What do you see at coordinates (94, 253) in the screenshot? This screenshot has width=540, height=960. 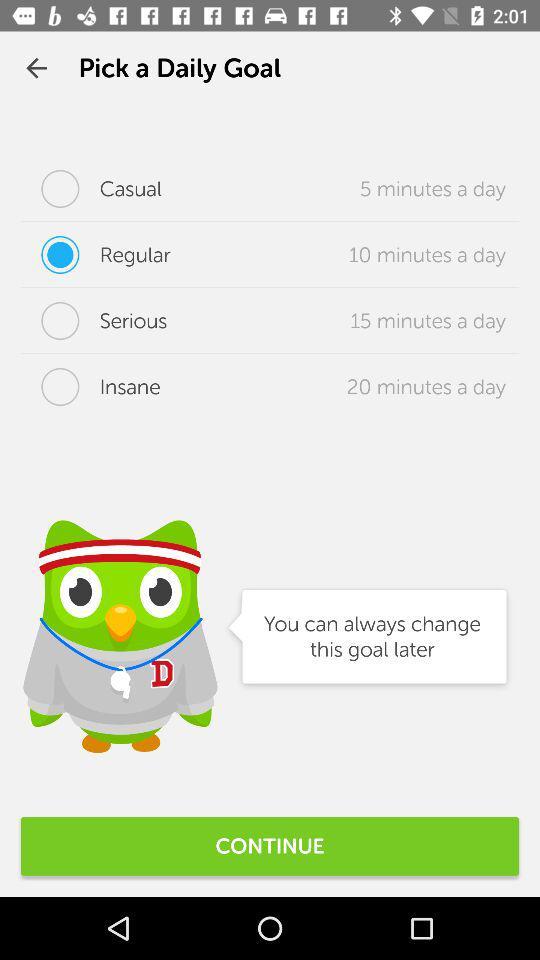 I see `icon next to 10 minutes a` at bounding box center [94, 253].